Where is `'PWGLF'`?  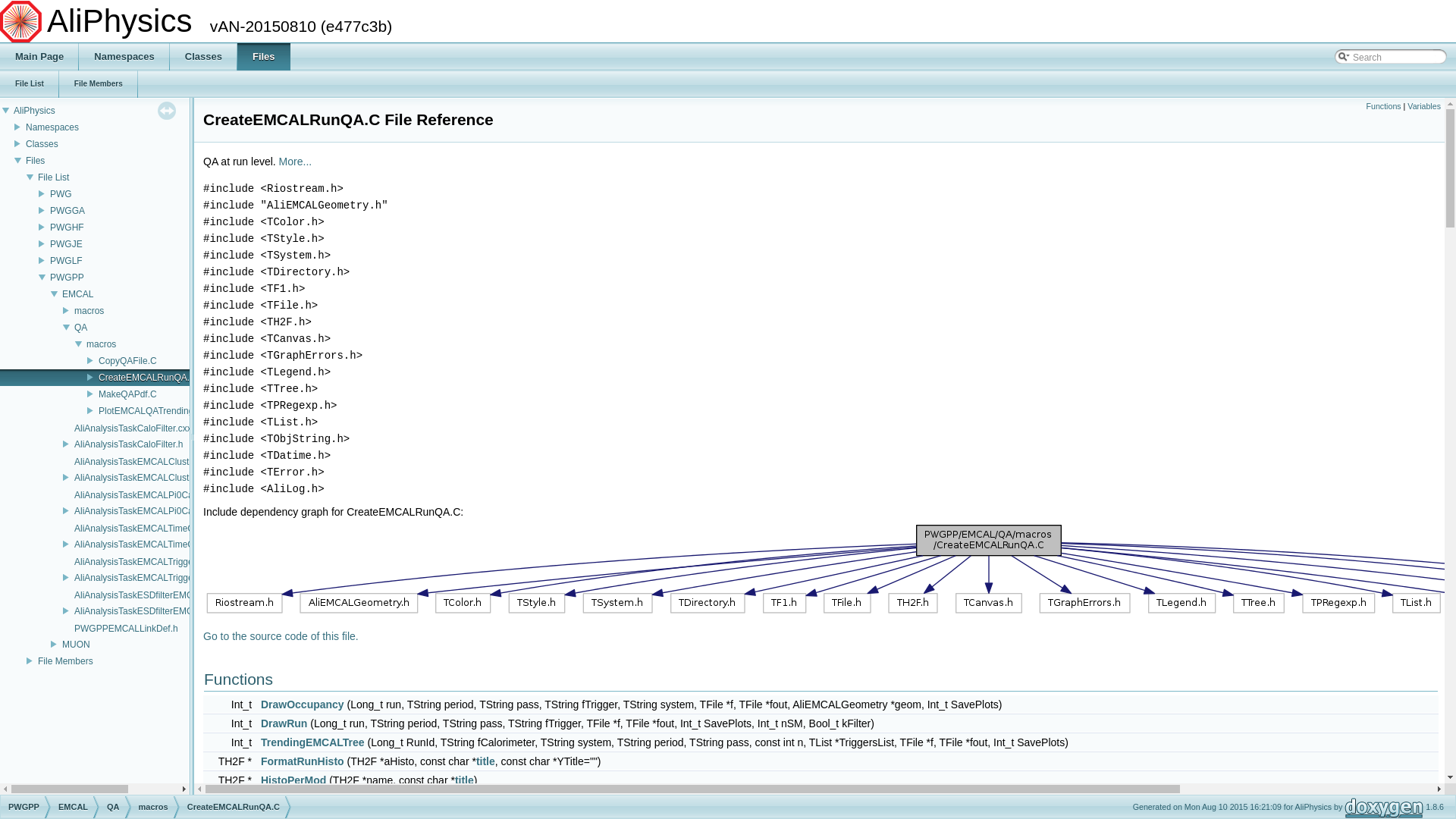 'PWGLF' is located at coordinates (65, 259).